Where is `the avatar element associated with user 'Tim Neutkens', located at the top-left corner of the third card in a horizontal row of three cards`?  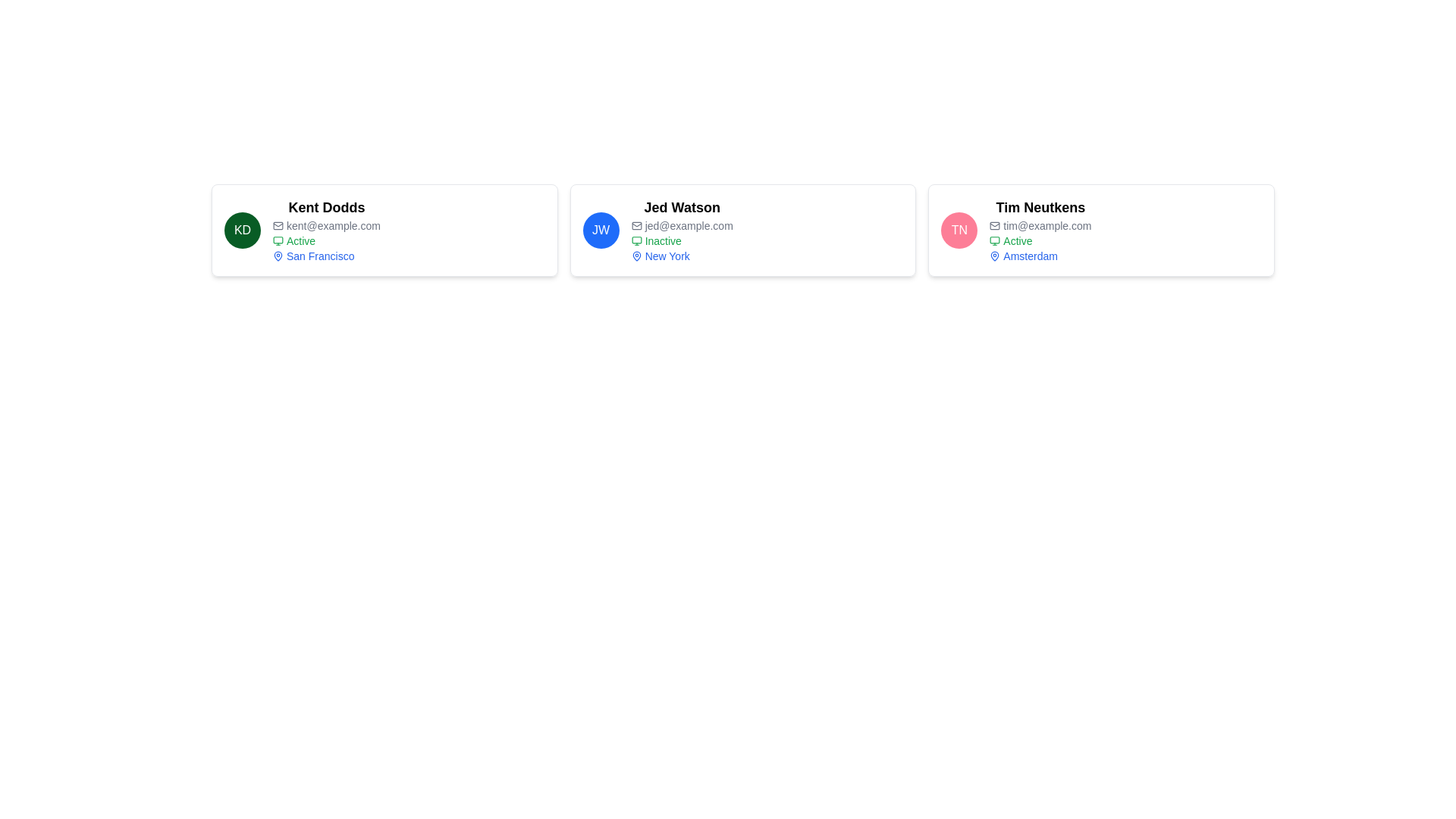 the avatar element associated with user 'Tim Neutkens', located at the top-left corner of the third card in a horizontal row of three cards is located at coordinates (959, 231).